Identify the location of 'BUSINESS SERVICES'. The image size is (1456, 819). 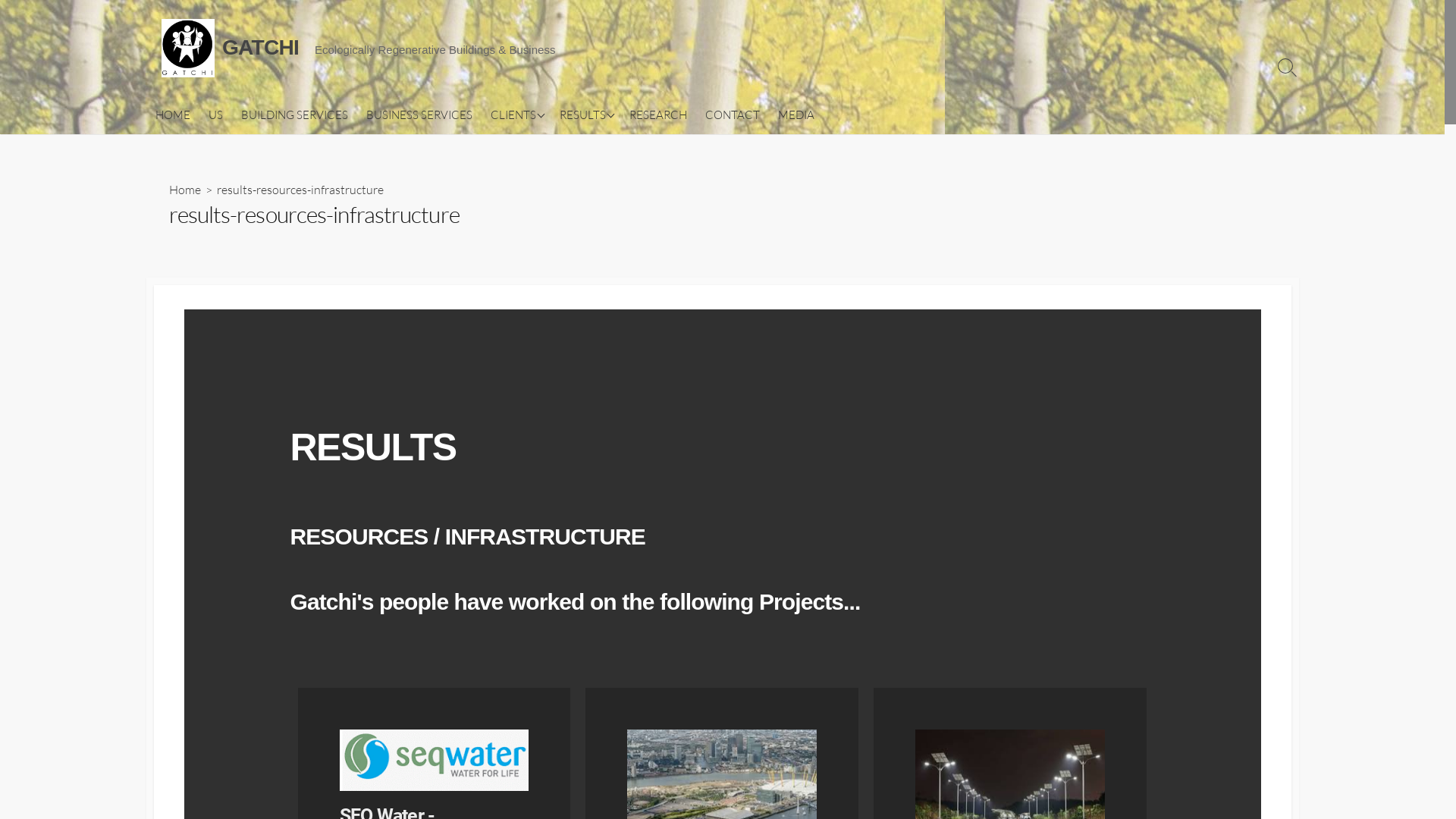
(419, 114).